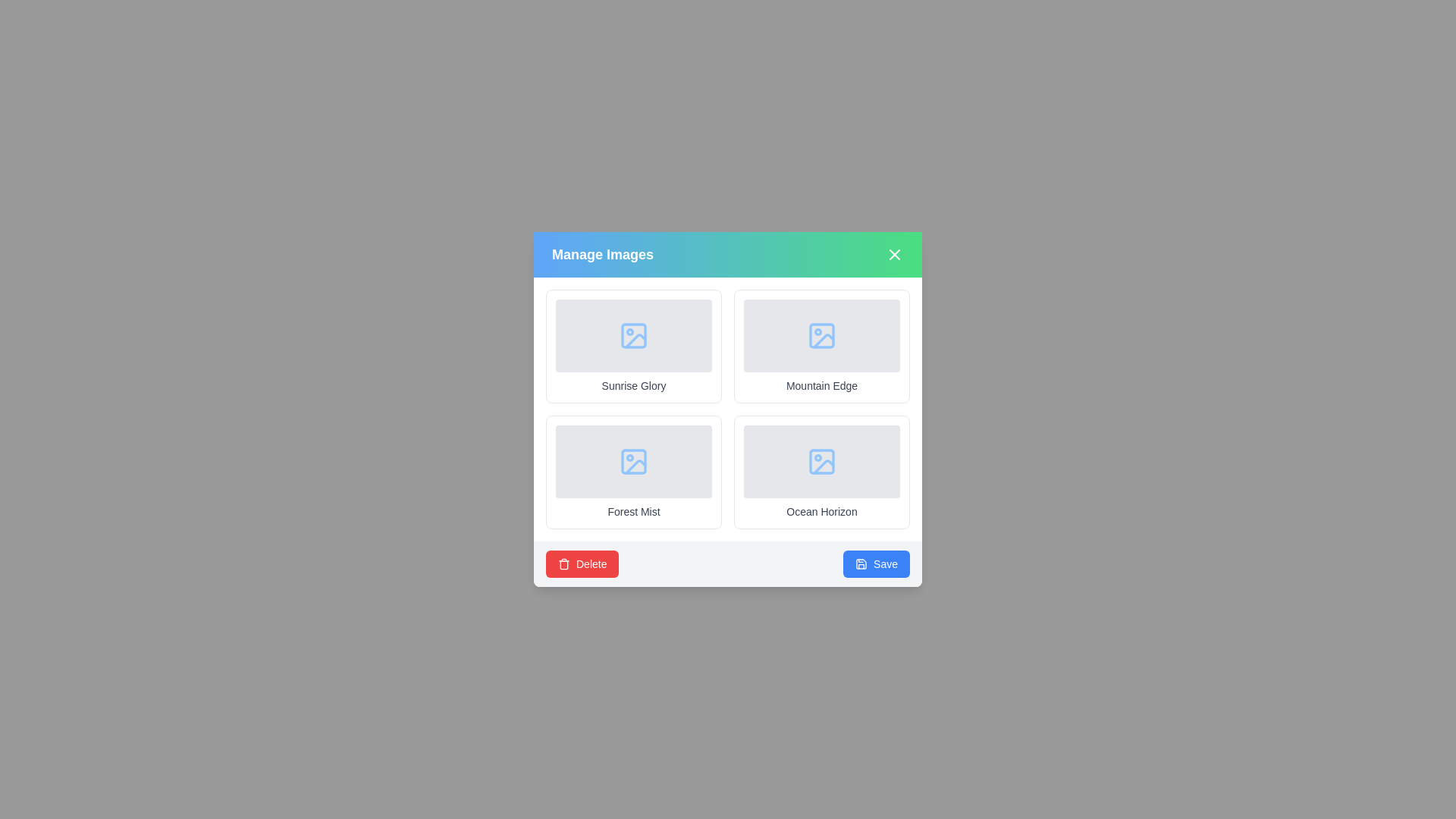 This screenshot has height=819, width=1456. What do you see at coordinates (633, 461) in the screenshot?
I see `the icon located in the bottom-left corner of the grid in the 'Manage Images' modal` at bounding box center [633, 461].